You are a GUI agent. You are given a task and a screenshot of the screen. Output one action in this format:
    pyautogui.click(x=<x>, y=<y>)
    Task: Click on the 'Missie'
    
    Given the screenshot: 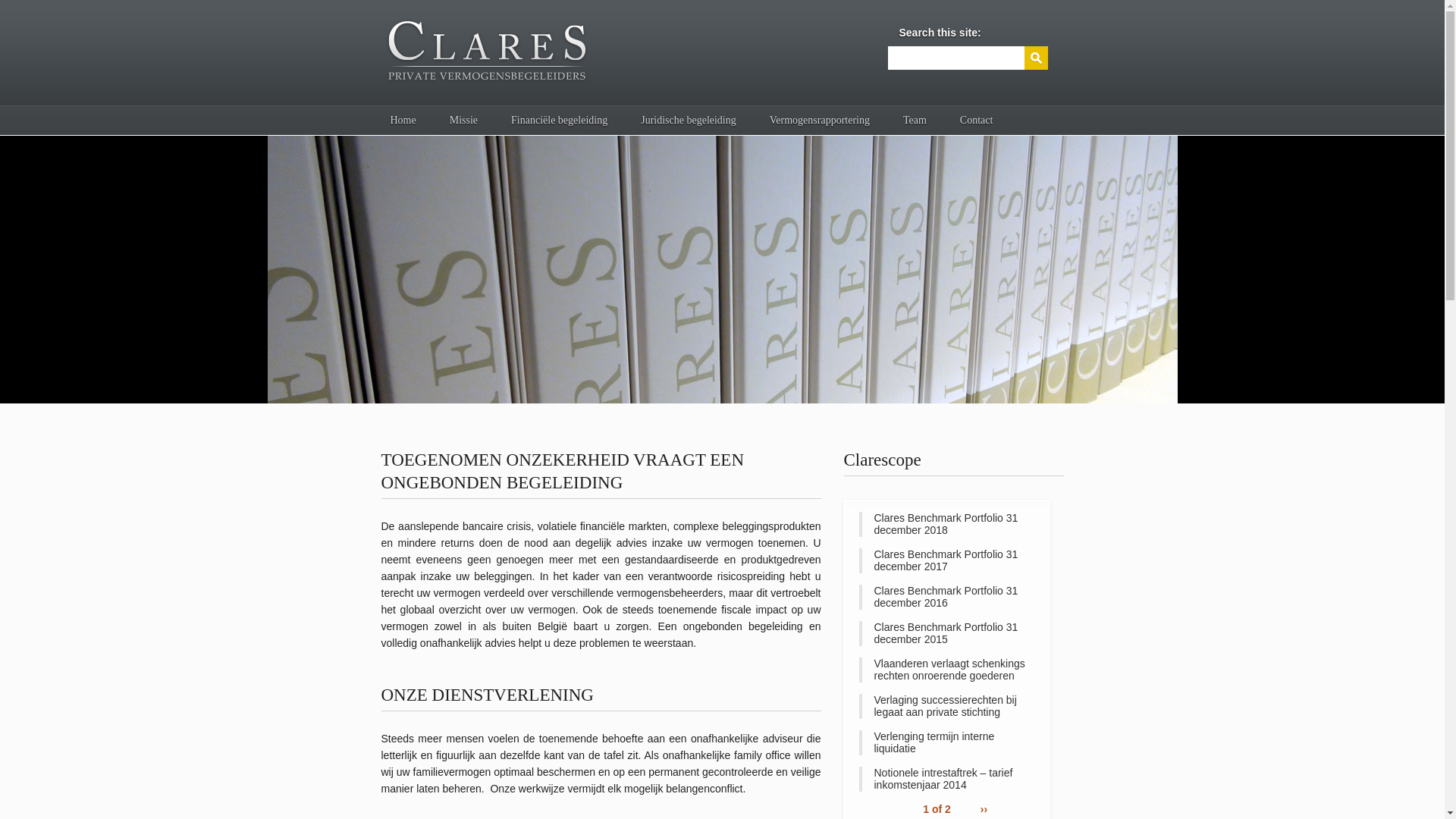 What is the action you would take?
    pyautogui.click(x=463, y=119)
    